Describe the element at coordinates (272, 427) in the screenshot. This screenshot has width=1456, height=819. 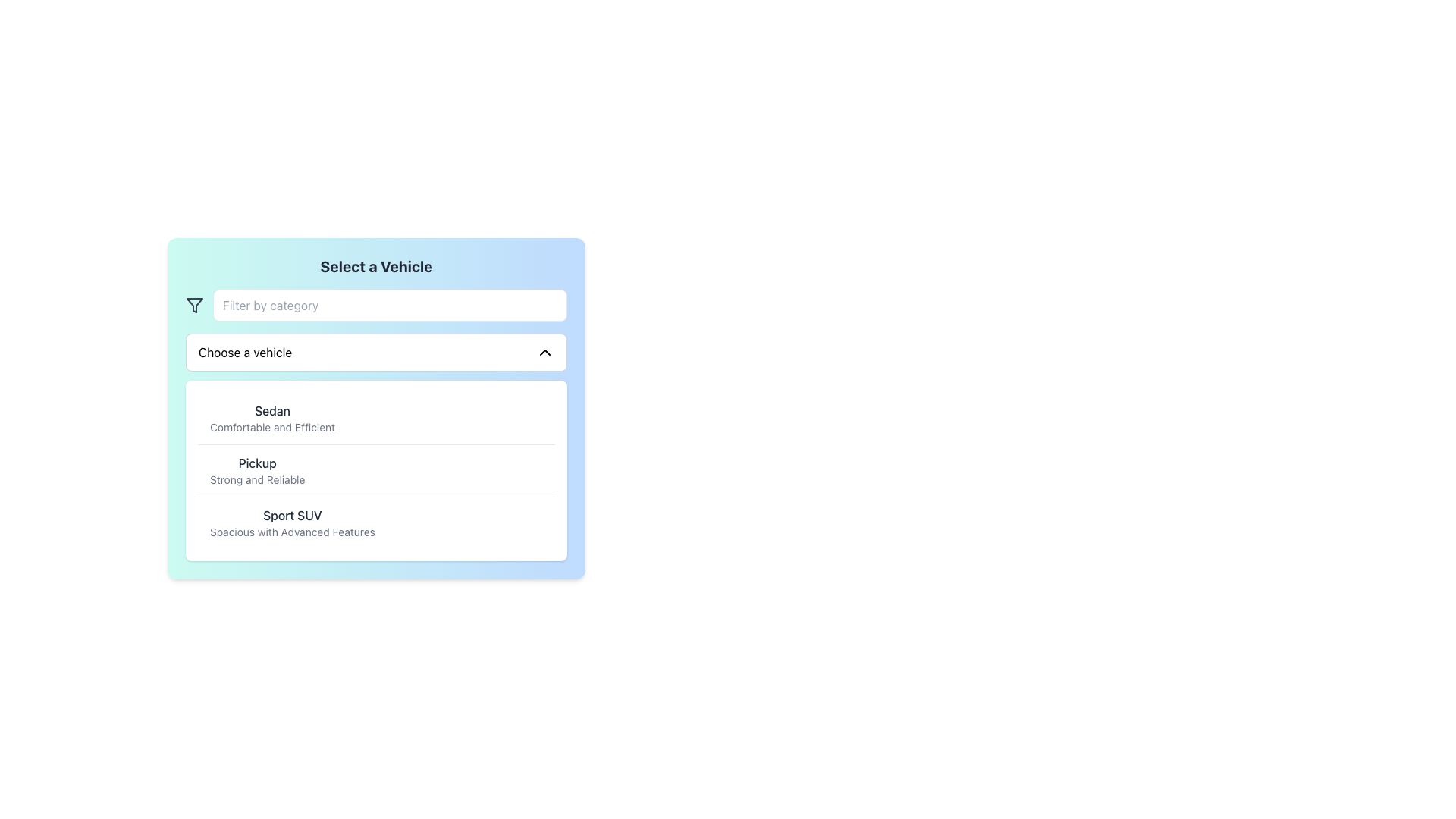
I see `the text label displaying 'Comfortable and Efficient', which is positioned below the 'Sedan' label in the dropdown list of vehicles` at that location.